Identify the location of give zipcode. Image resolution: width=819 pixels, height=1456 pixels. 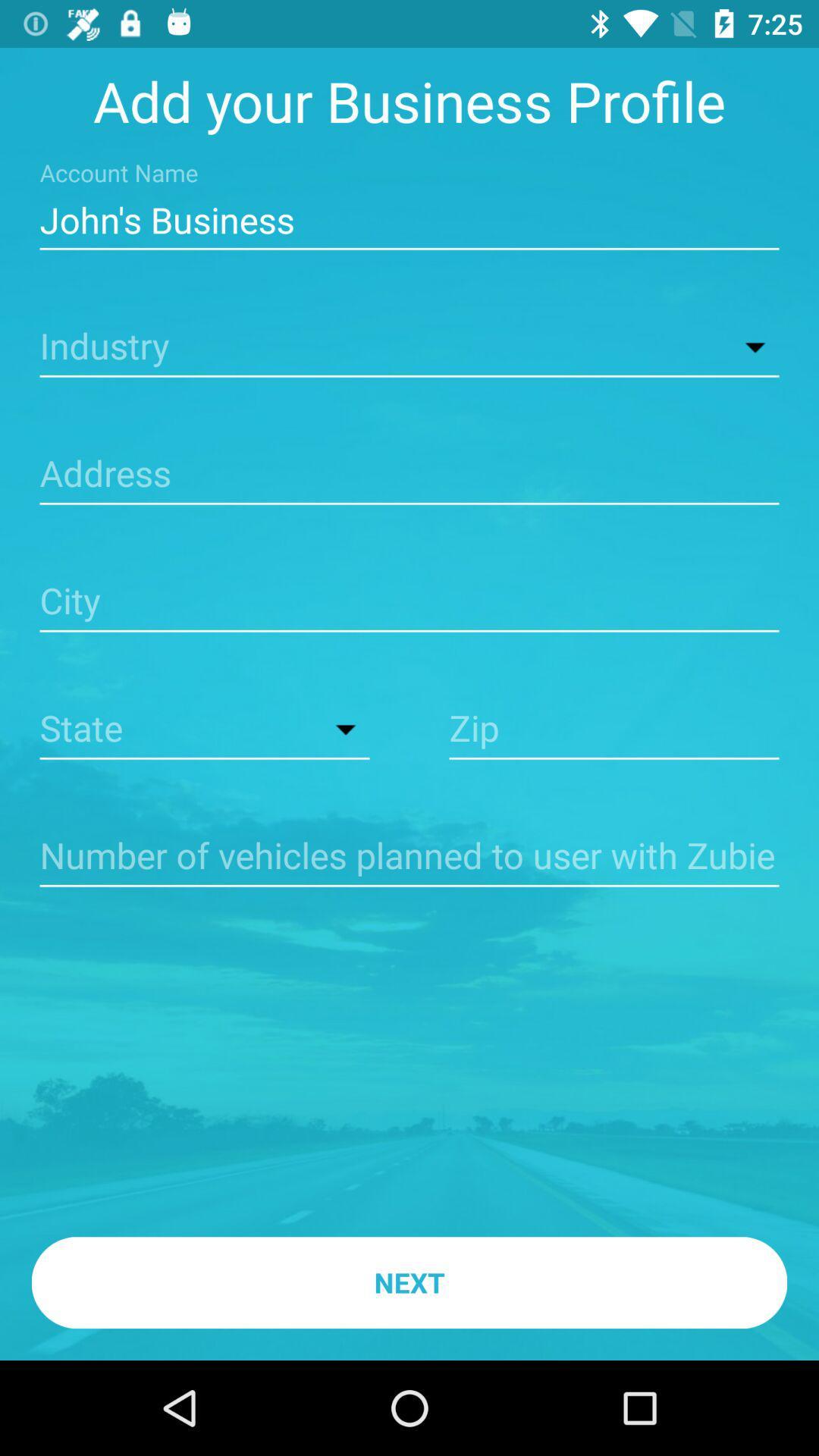
(614, 730).